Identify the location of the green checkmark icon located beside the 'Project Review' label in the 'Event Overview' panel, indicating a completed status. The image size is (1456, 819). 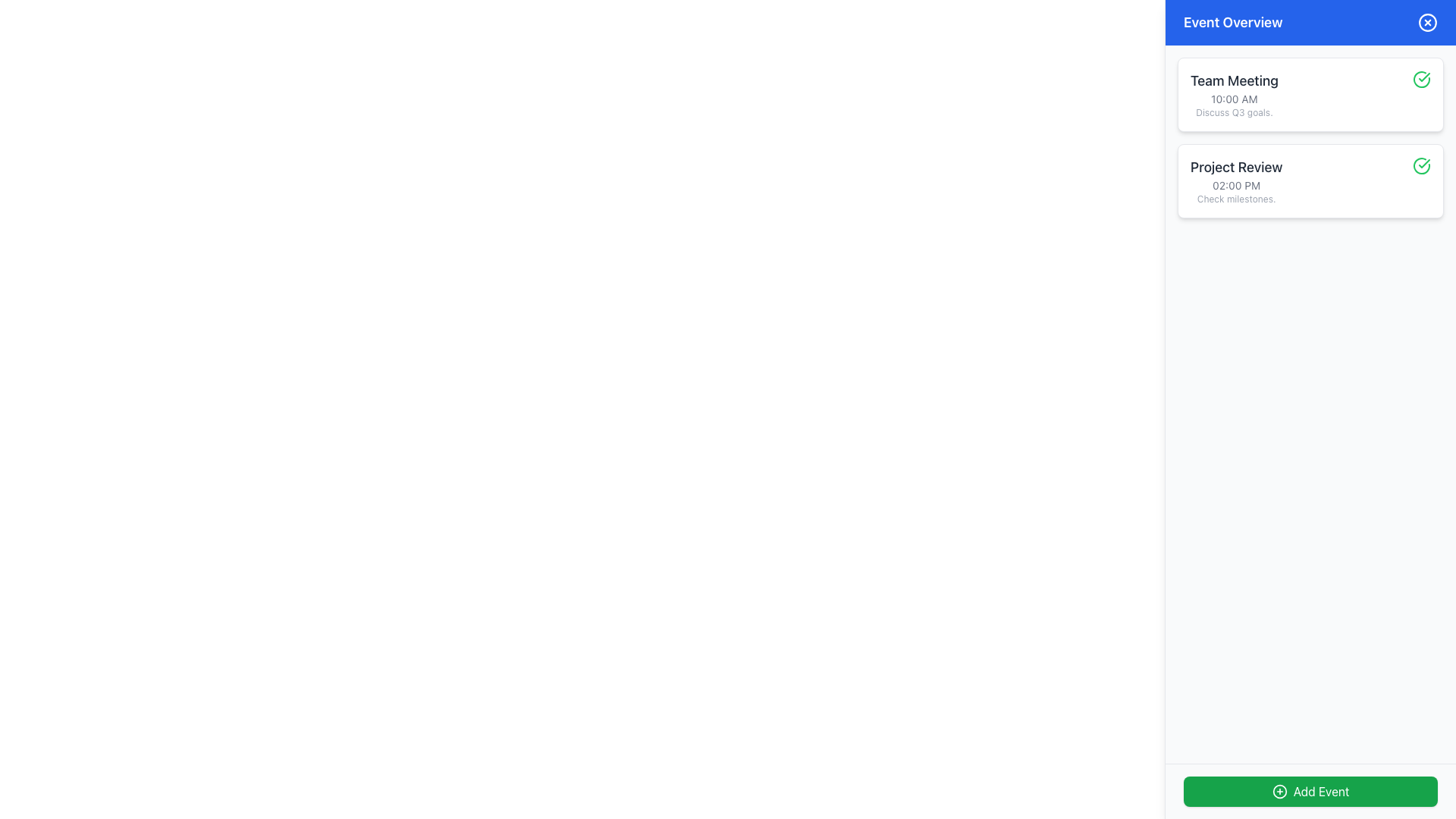
(1423, 77).